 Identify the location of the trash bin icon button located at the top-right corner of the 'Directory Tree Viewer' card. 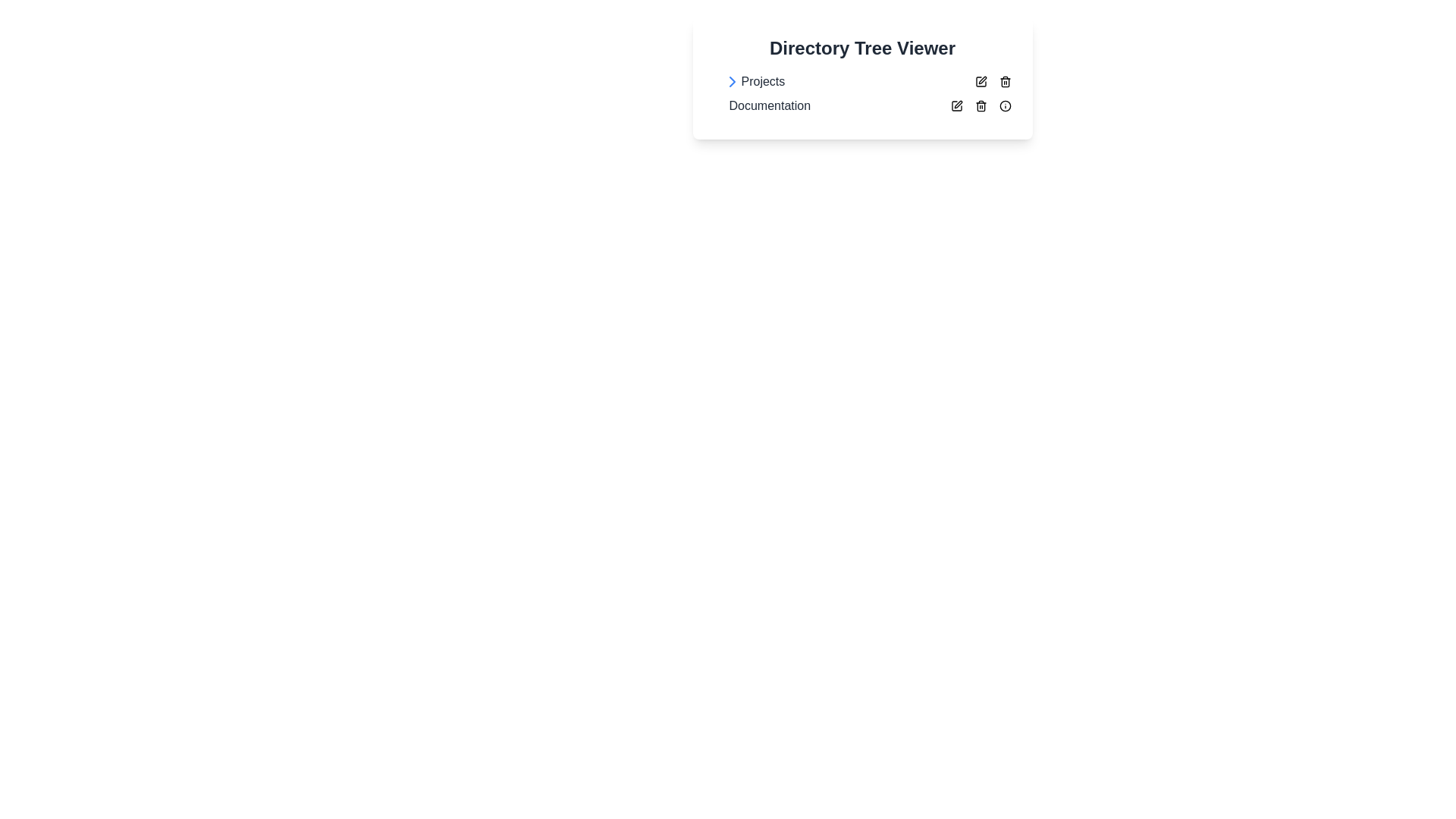
(981, 105).